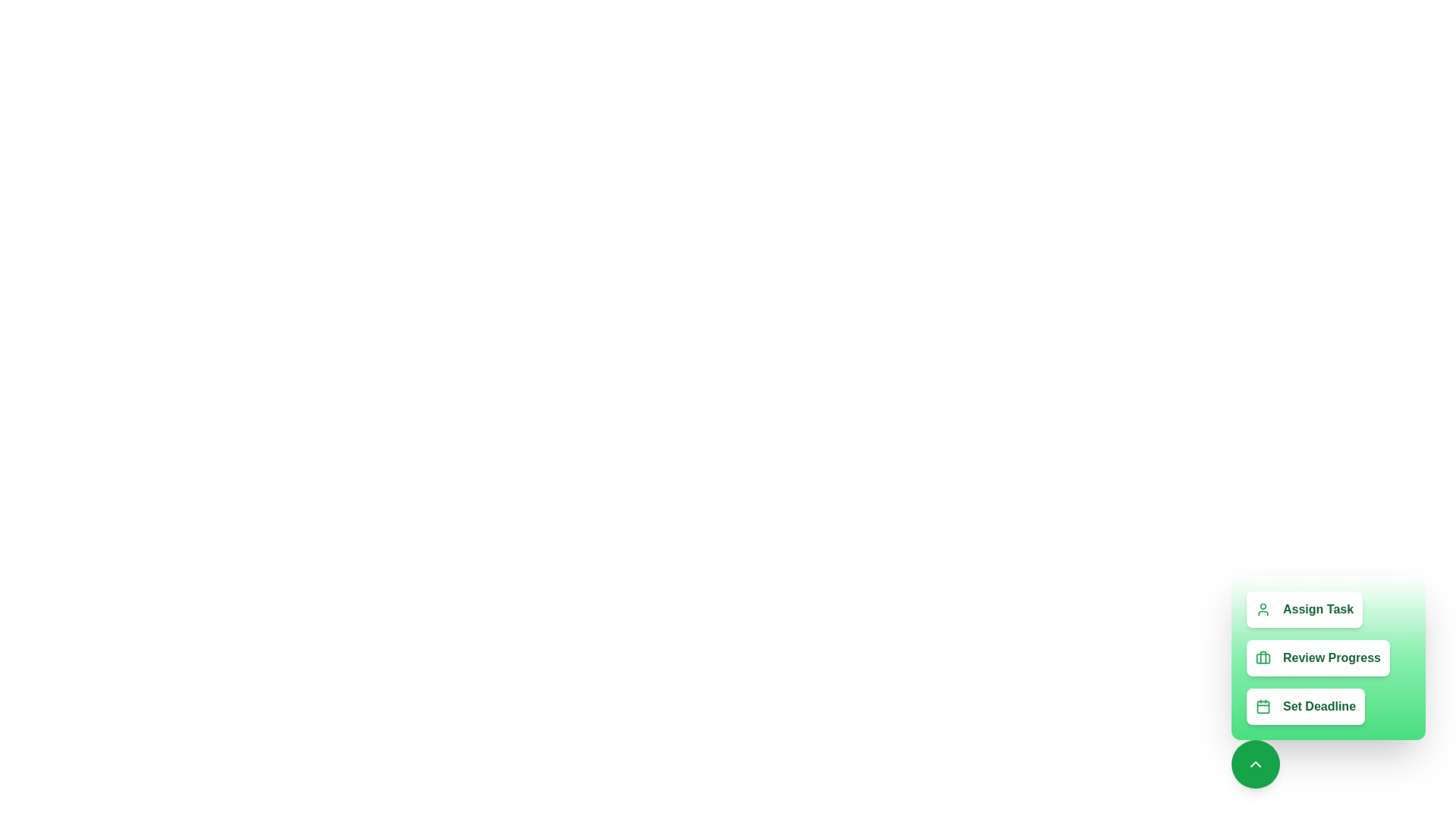 The width and height of the screenshot is (1456, 819). I want to click on the button to execute the task action Set Deadline, so click(1305, 707).